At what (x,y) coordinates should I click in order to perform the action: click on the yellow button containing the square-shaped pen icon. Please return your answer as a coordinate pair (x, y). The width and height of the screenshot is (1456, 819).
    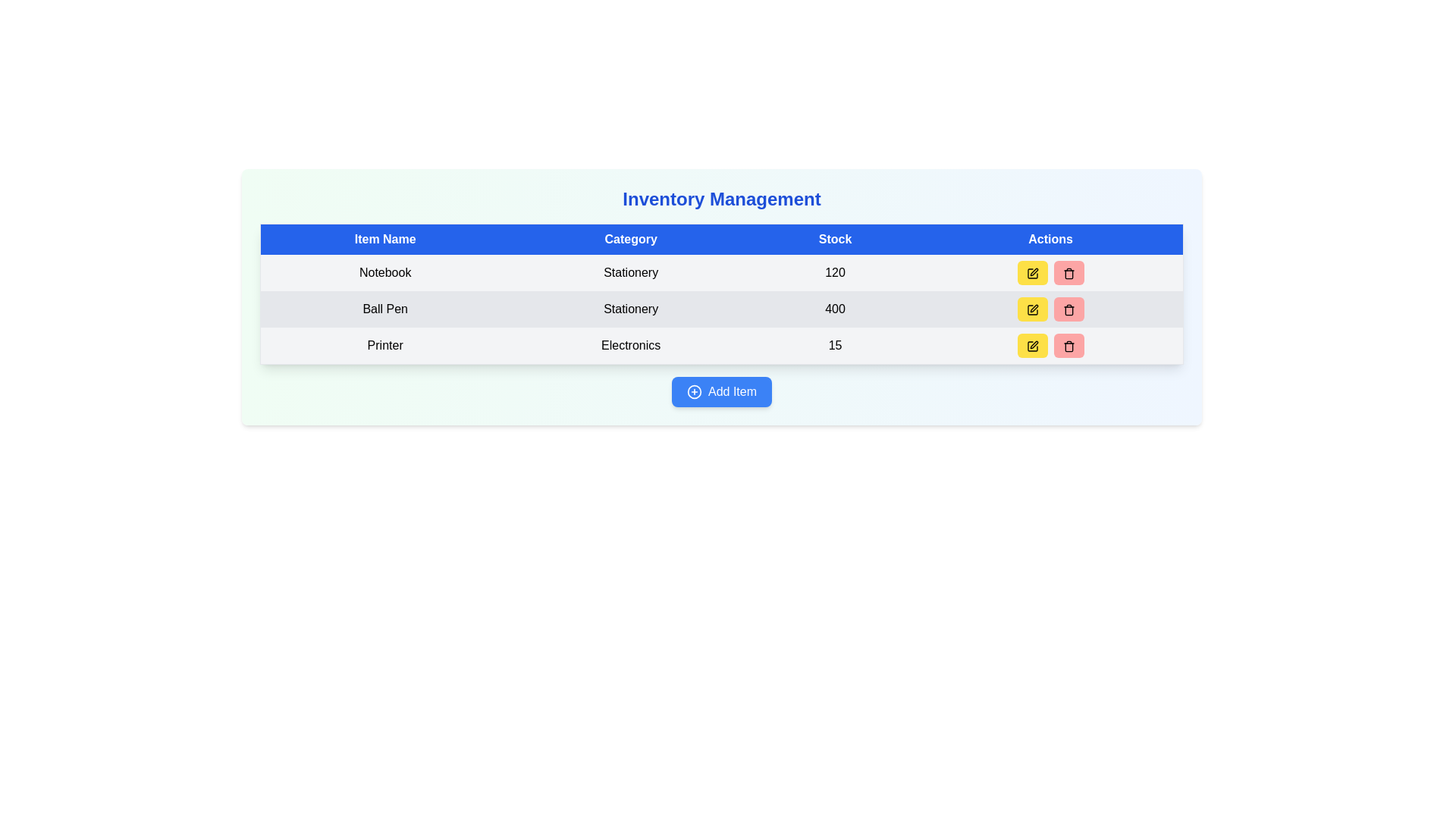
    Looking at the image, I should click on (1031, 309).